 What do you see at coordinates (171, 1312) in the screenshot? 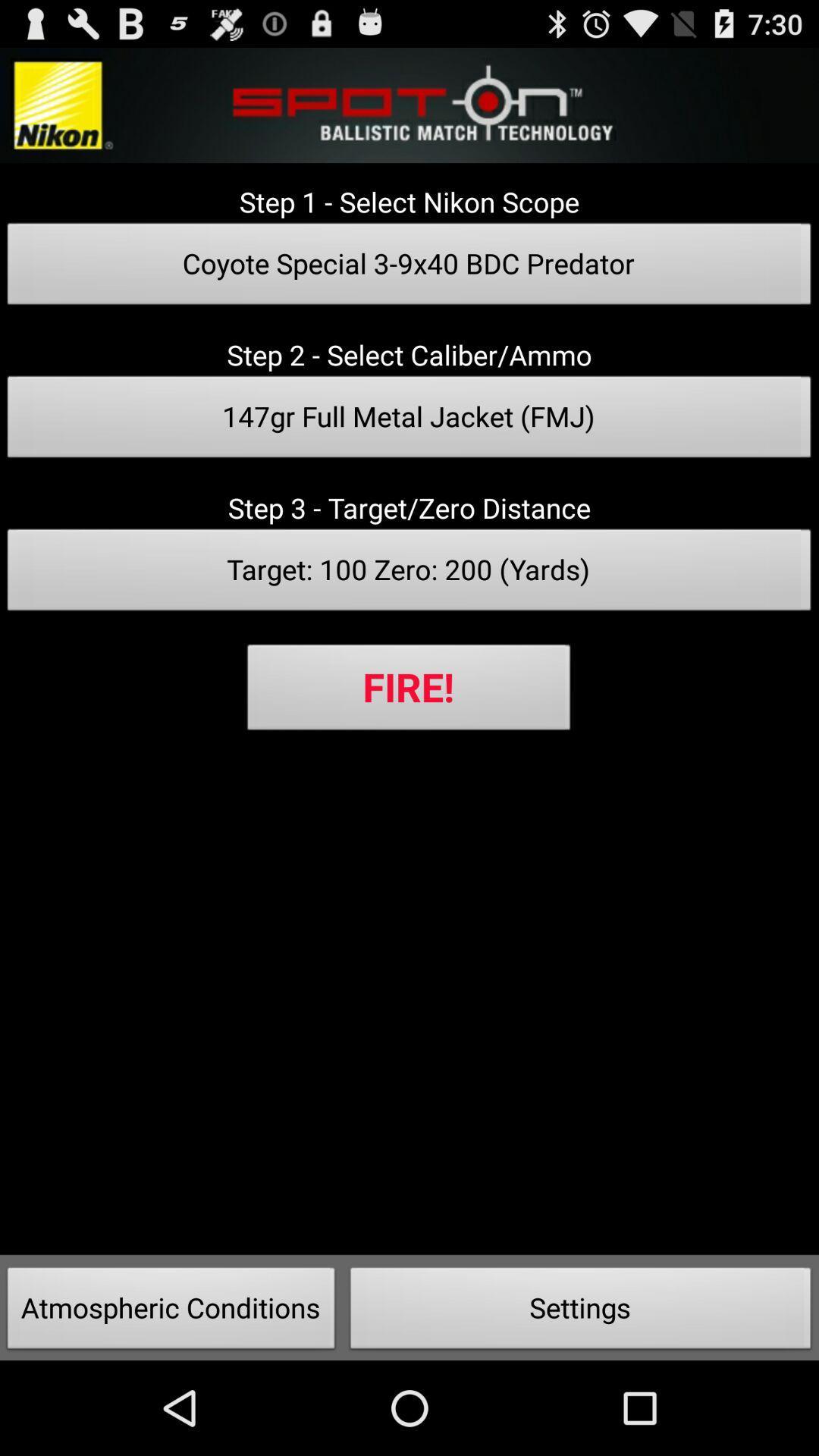
I see `button below fire! item` at bounding box center [171, 1312].